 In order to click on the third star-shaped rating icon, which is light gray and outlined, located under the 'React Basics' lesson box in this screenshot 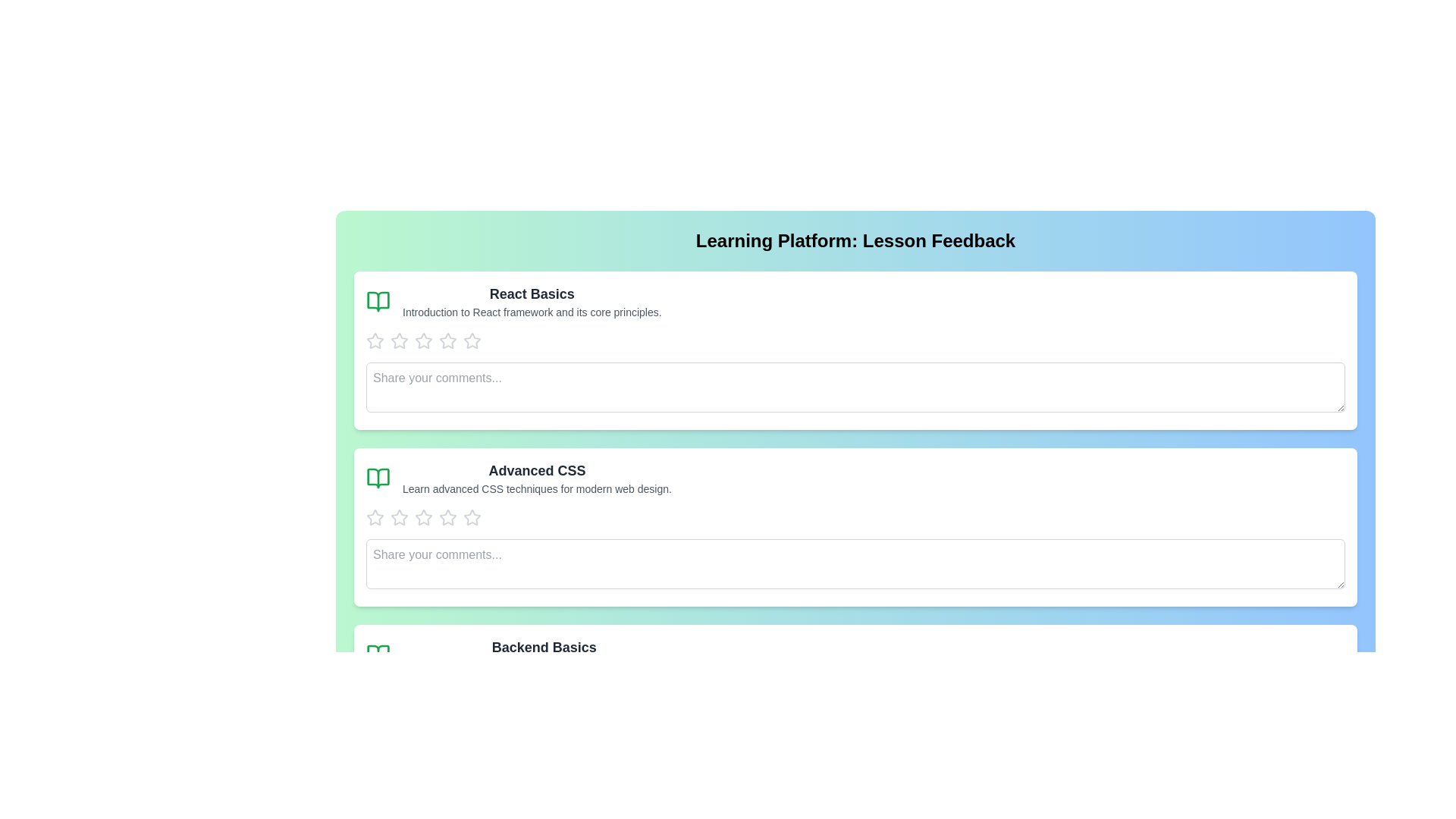, I will do `click(400, 341)`.